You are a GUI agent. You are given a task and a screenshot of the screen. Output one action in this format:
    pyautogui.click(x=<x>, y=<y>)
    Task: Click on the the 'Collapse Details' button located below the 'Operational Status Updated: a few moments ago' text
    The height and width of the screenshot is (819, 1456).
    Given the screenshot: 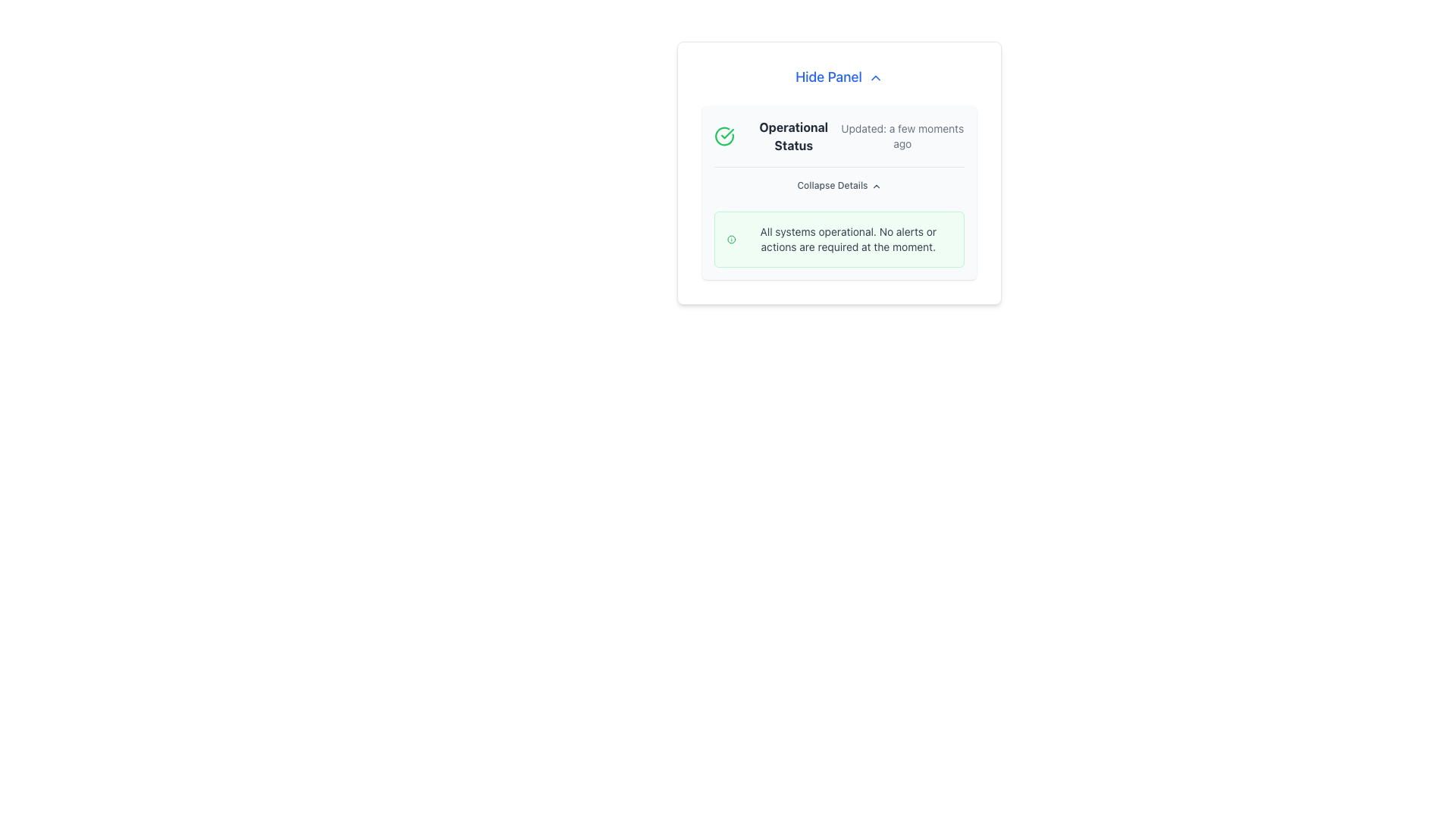 What is the action you would take?
    pyautogui.click(x=839, y=185)
    